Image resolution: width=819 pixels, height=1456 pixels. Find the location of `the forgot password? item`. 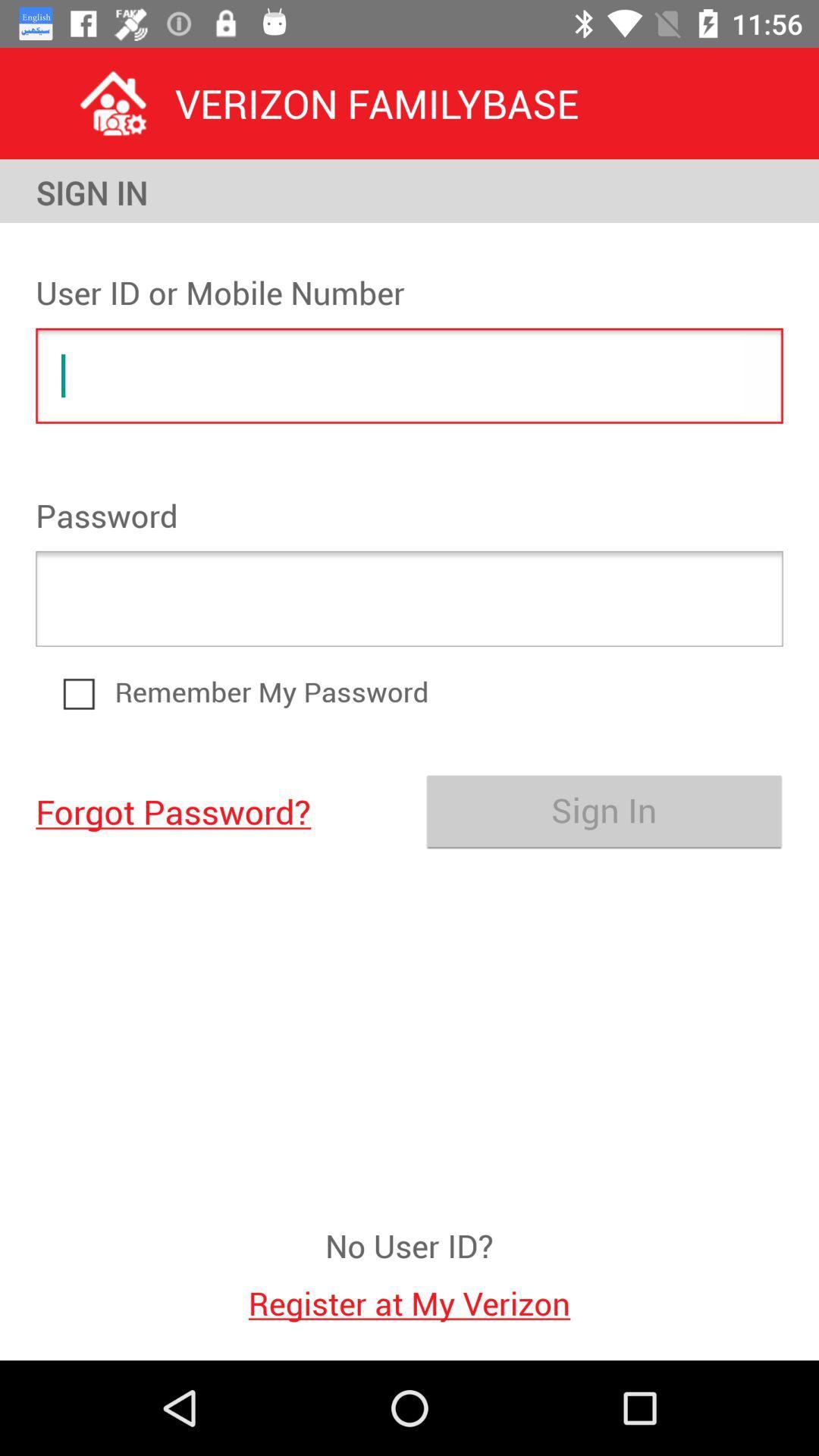

the forgot password? item is located at coordinates (215, 810).